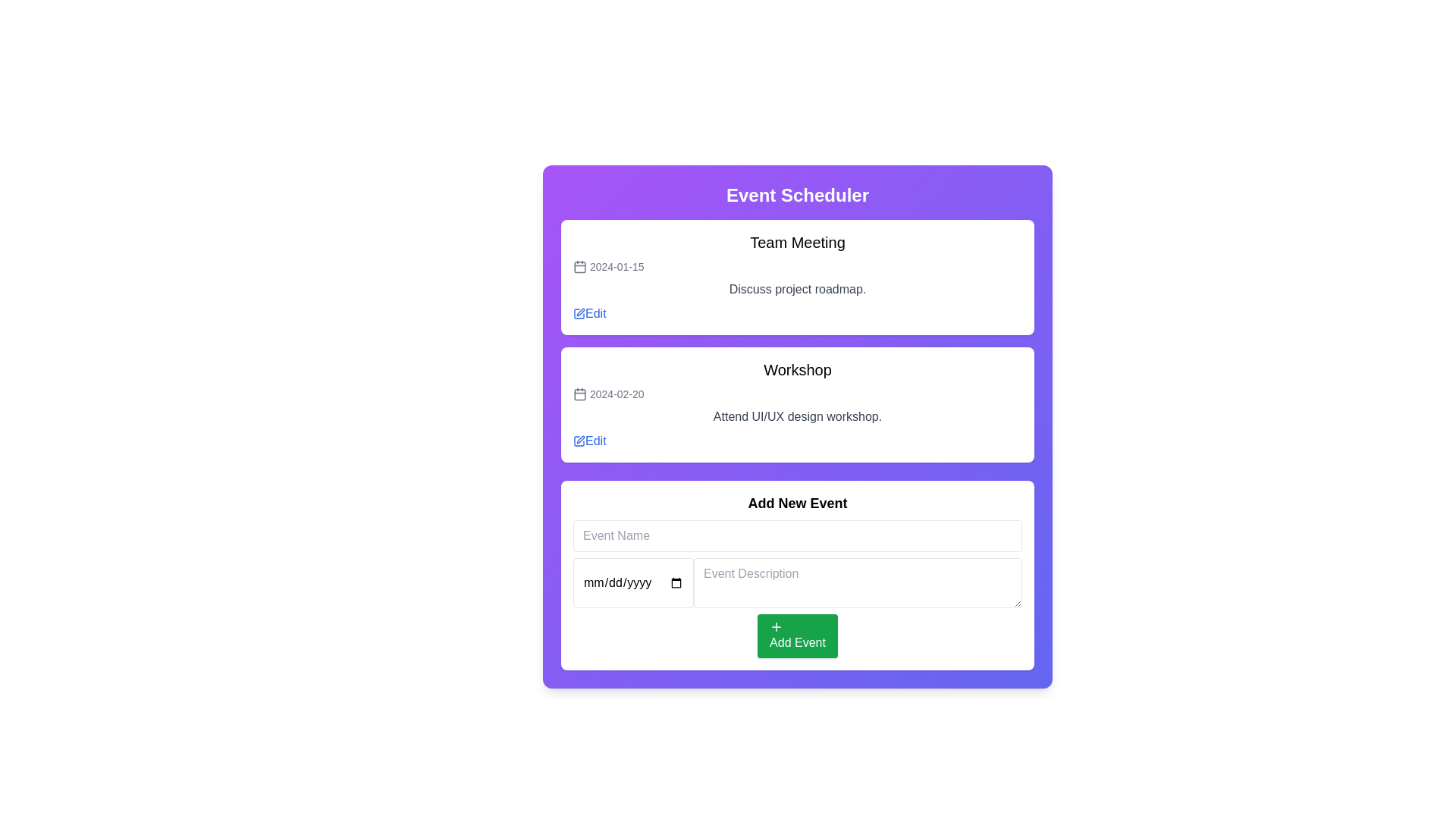 The width and height of the screenshot is (1456, 819). Describe the element at coordinates (796, 195) in the screenshot. I see `the header text displaying 'Event Scheduler' which is large, bold, and white-colored, located at the top of the card-like layout` at that location.